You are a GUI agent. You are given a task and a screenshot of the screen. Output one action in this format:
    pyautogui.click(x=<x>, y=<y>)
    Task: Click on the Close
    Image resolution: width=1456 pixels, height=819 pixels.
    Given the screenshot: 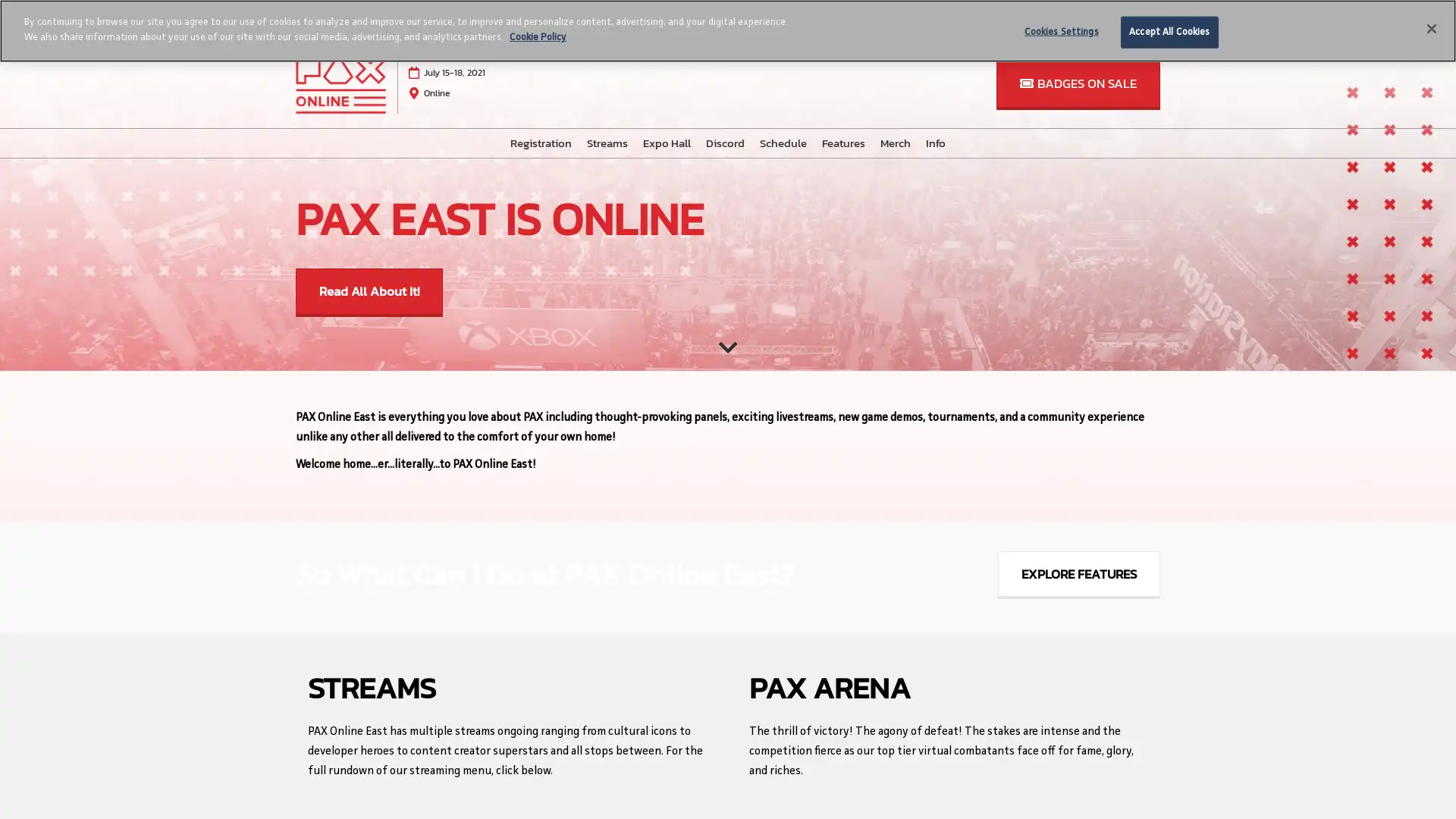 What is the action you would take?
    pyautogui.click(x=1430, y=29)
    